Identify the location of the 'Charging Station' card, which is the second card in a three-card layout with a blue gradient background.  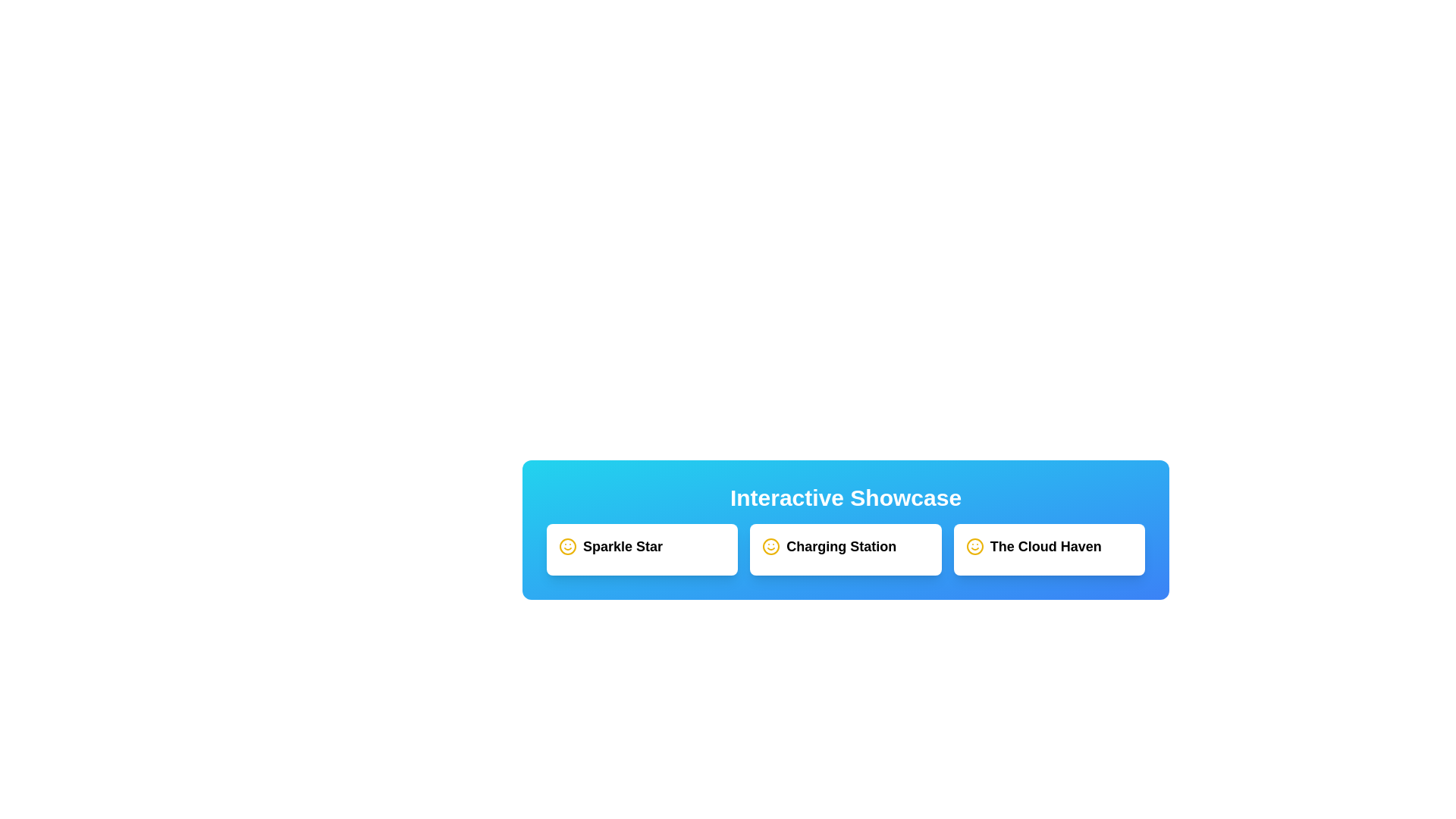
(845, 550).